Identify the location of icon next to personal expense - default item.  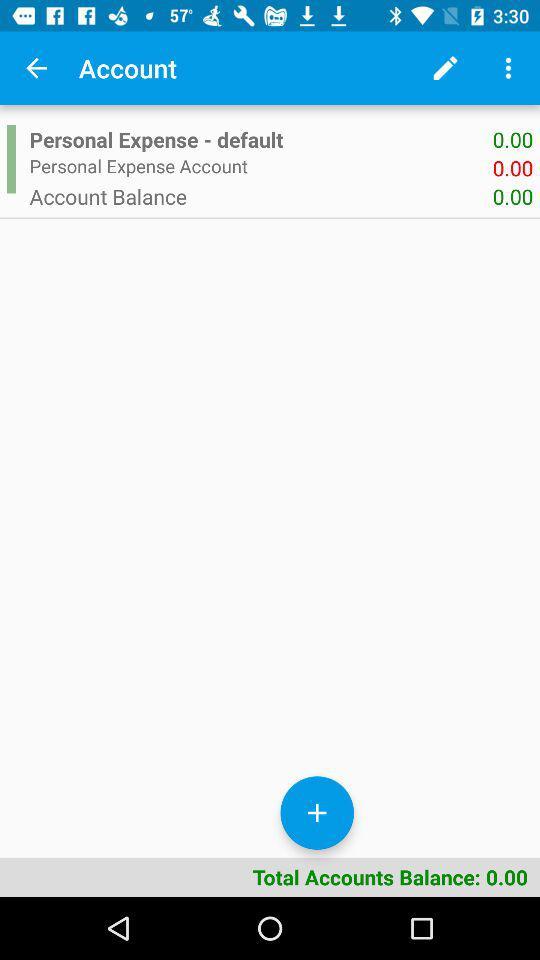
(10, 158).